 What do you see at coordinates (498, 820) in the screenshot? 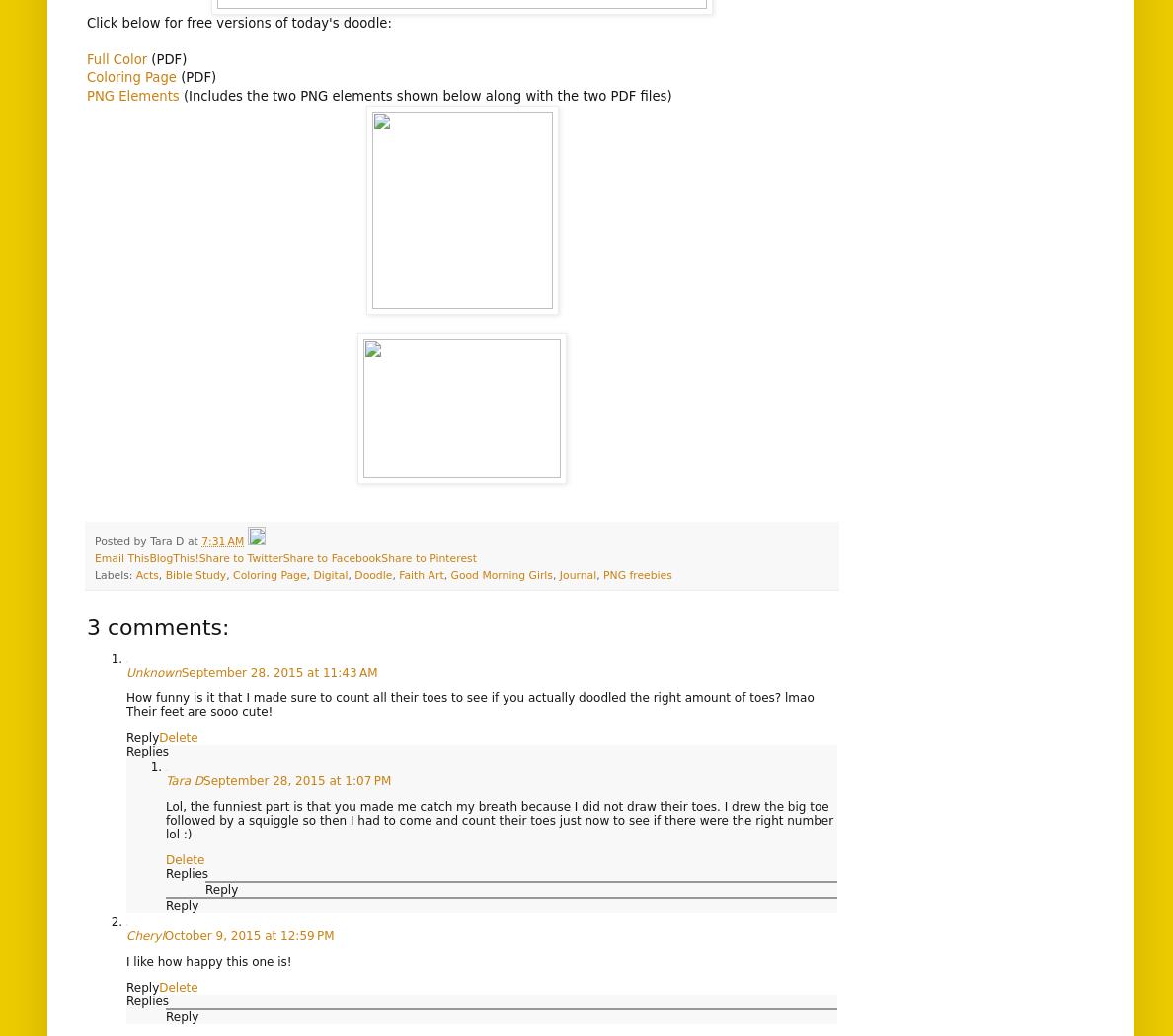
I see `'Lol, the funniest part is that you made me catch my breath because I did not draw their toes.  I drew the big toe followed by a squiggle so then I had to come and count their toes just now to see if there were the right number  lol :)'` at bounding box center [498, 820].